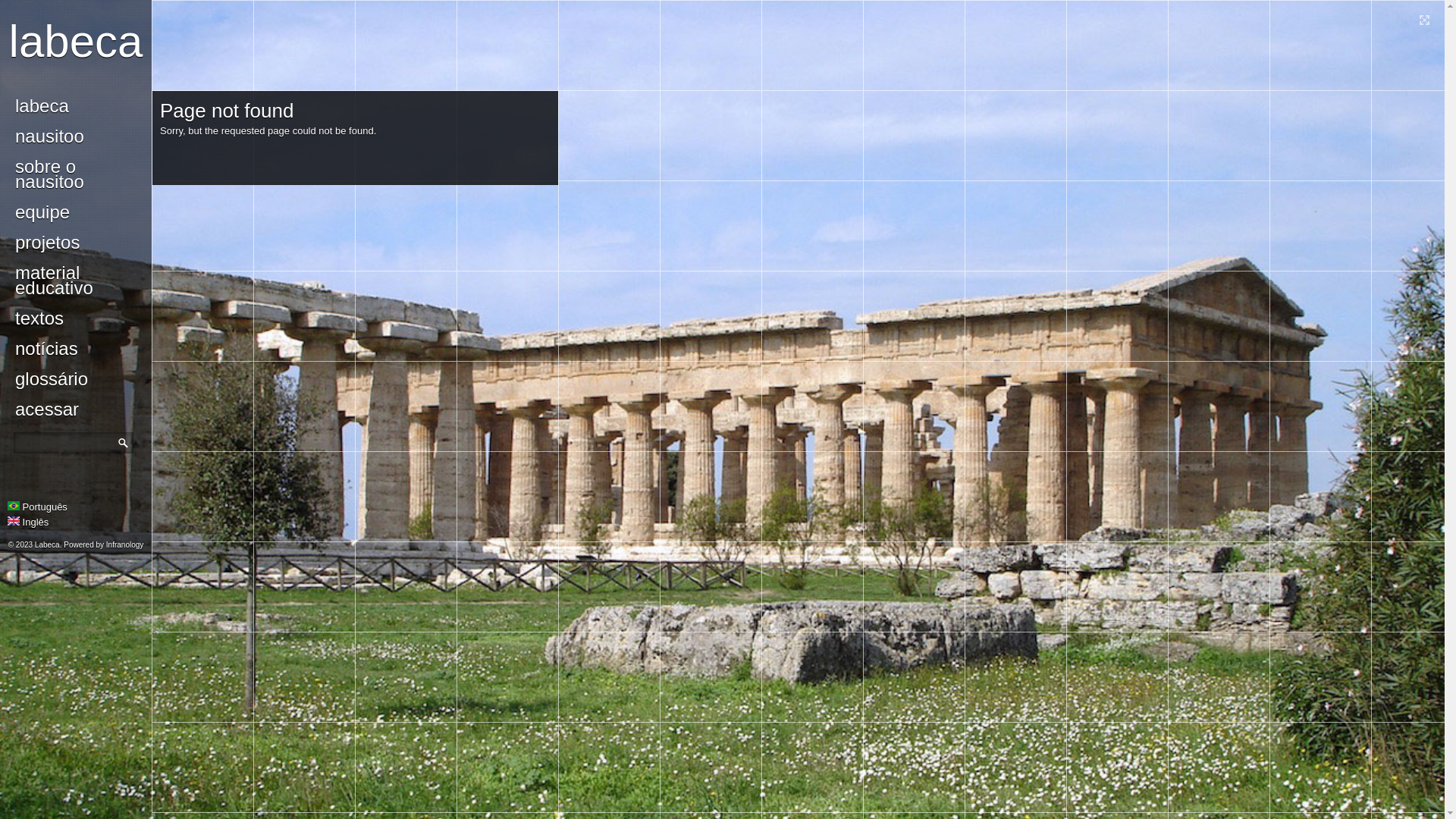 Image resolution: width=1456 pixels, height=819 pixels. What do you see at coordinates (75, 40) in the screenshot?
I see `'labeca'` at bounding box center [75, 40].